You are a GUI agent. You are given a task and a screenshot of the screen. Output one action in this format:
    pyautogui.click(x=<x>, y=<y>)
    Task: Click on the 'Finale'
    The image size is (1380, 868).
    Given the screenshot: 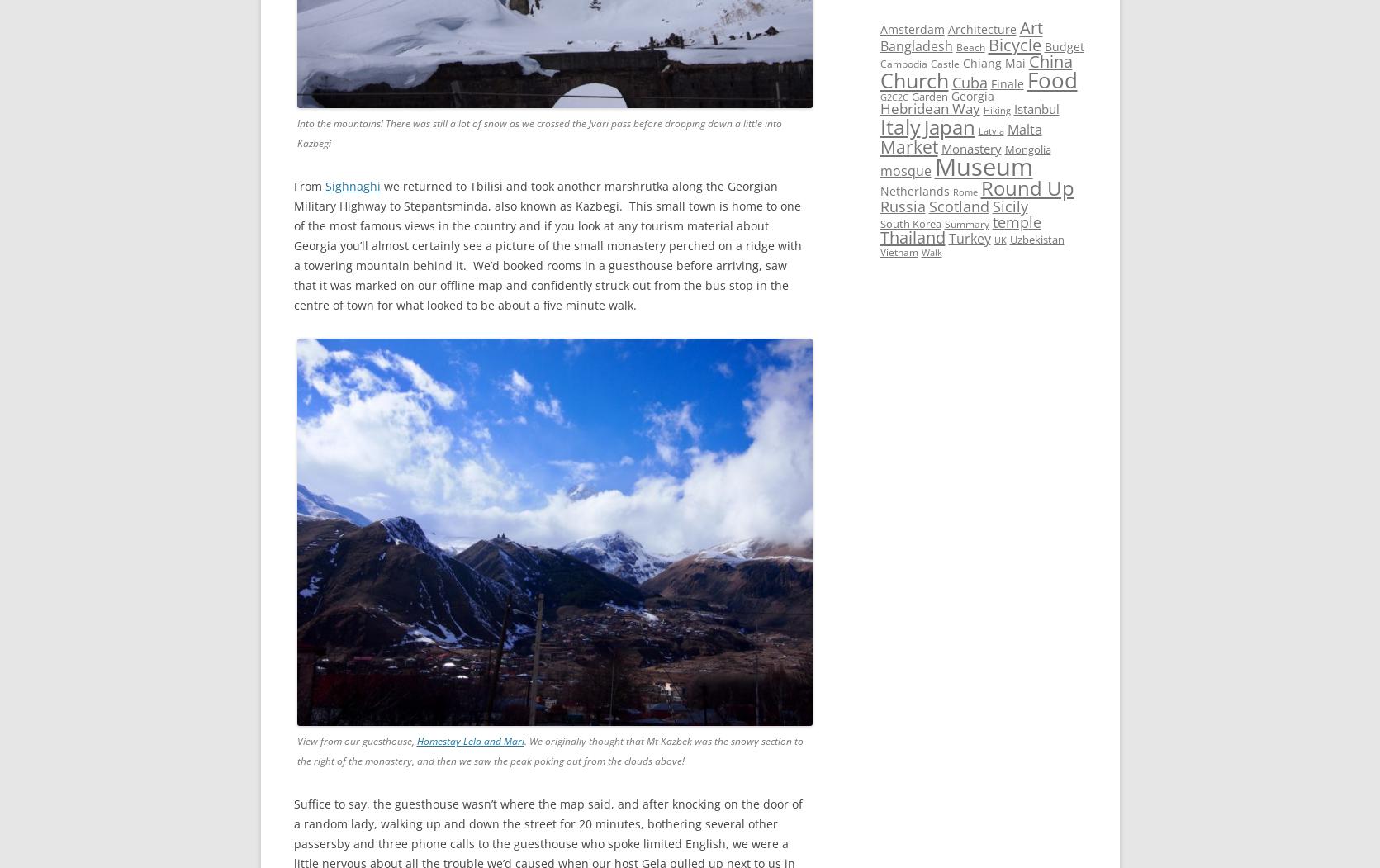 What is the action you would take?
    pyautogui.click(x=989, y=83)
    